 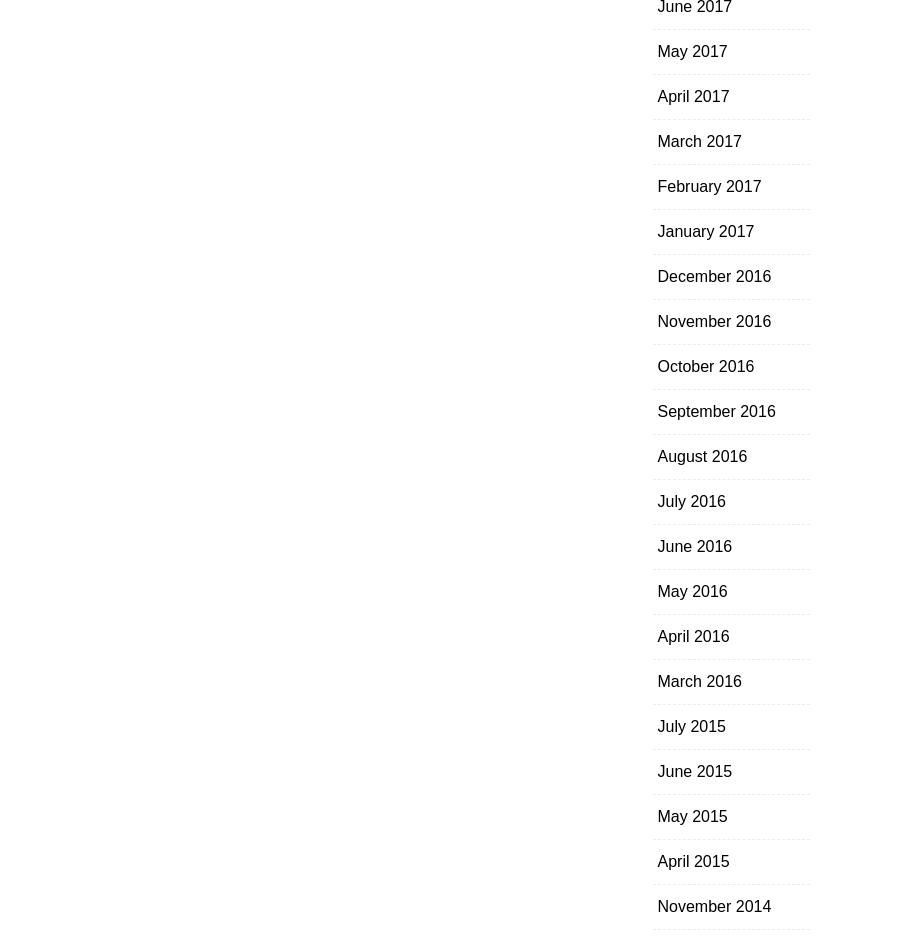 What do you see at coordinates (691, 590) in the screenshot?
I see `'May 2016'` at bounding box center [691, 590].